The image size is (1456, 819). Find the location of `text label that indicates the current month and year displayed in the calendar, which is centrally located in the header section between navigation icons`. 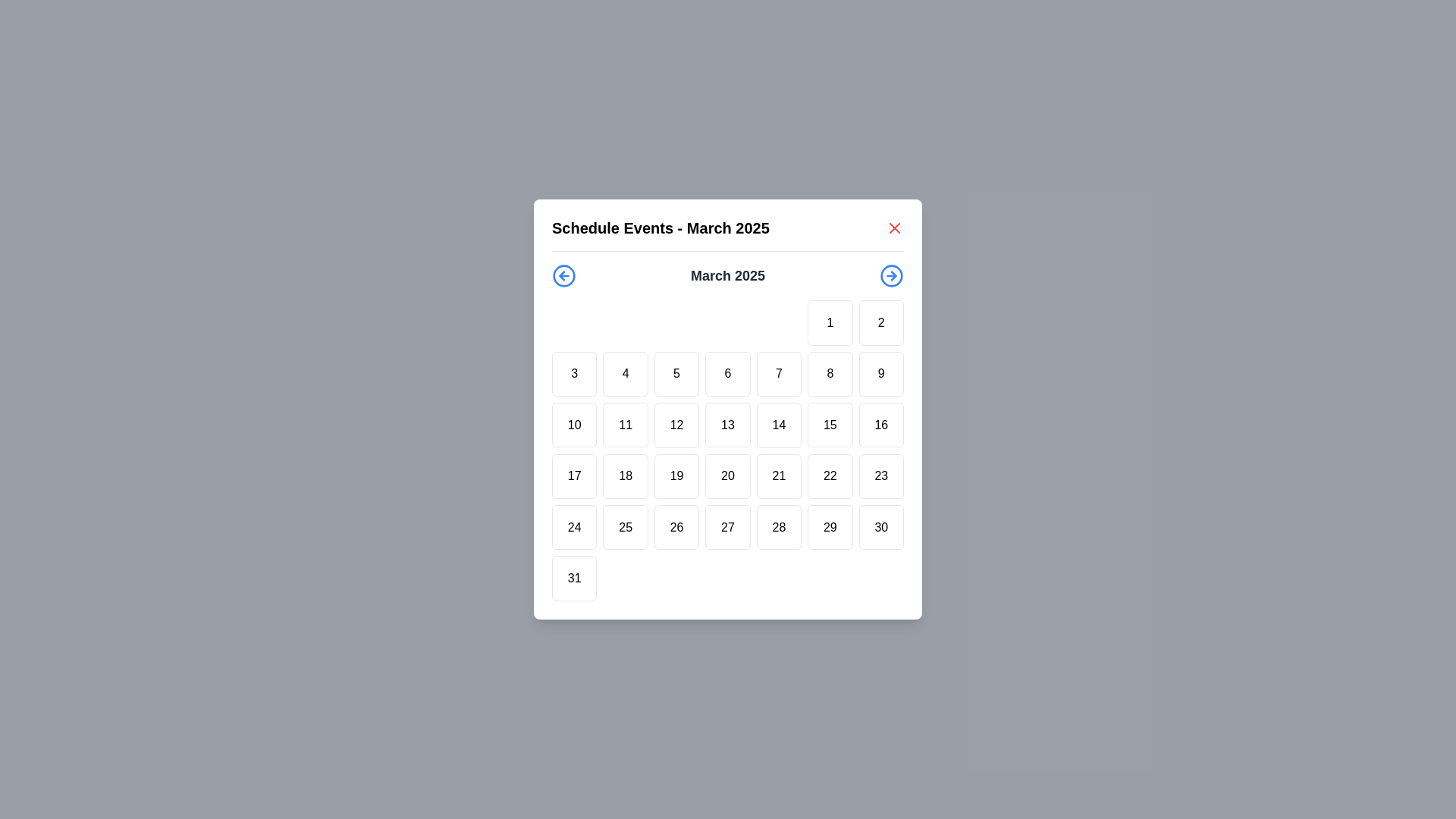

text label that indicates the current month and year displayed in the calendar, which is centrally located in the header section between navigation icons is located at coordinates (728, 275).